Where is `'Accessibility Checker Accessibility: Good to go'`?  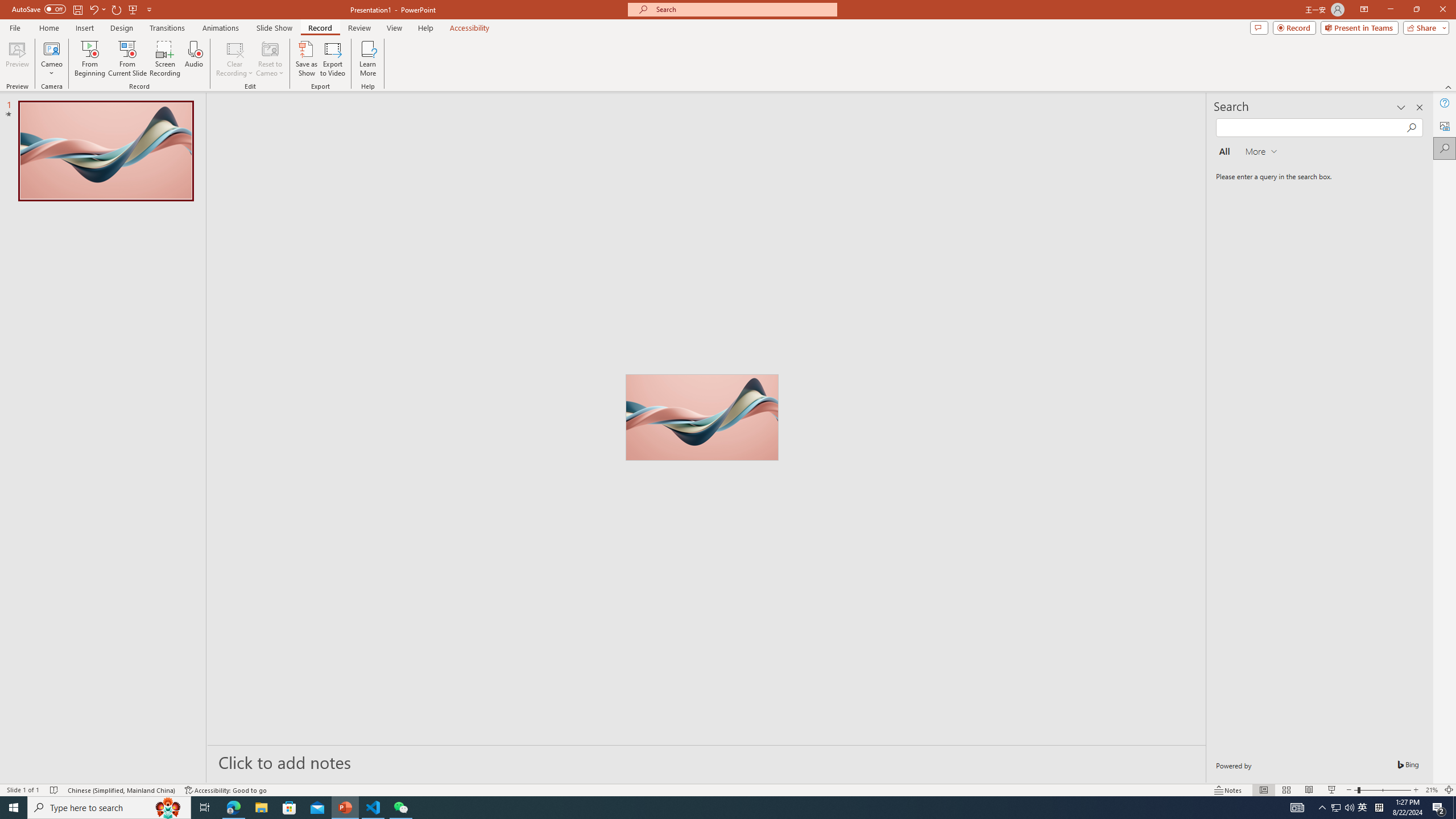
'Accessibility Checker Accessibility: Good to go' is located at coordinates (226, 790).